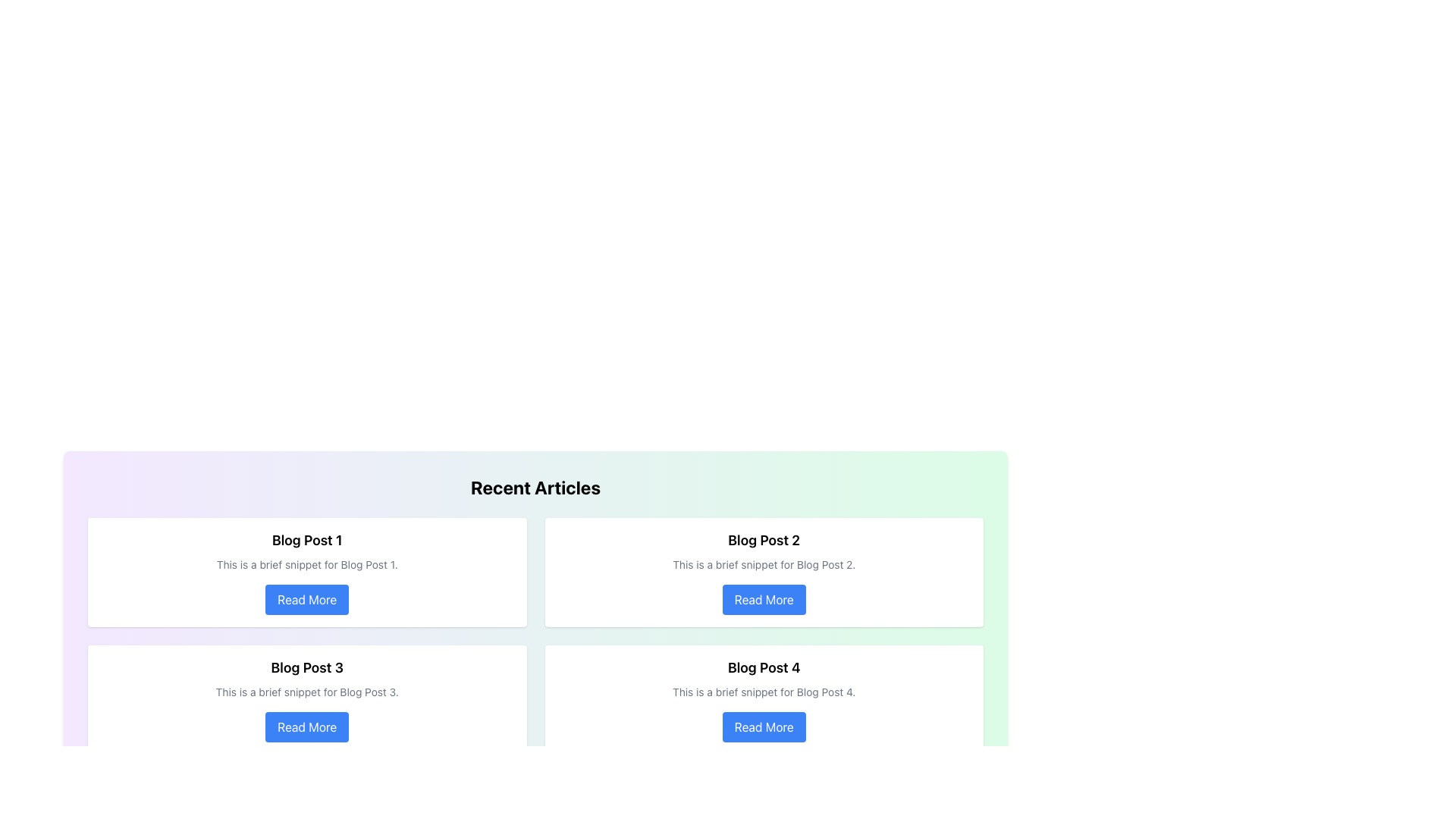 This screenshot has width=1456, height=819. I want to click on the button located at the bottom-right section of the grid layout that navigates to the detailed page for 'Blog Post 4', so click(764, 726).